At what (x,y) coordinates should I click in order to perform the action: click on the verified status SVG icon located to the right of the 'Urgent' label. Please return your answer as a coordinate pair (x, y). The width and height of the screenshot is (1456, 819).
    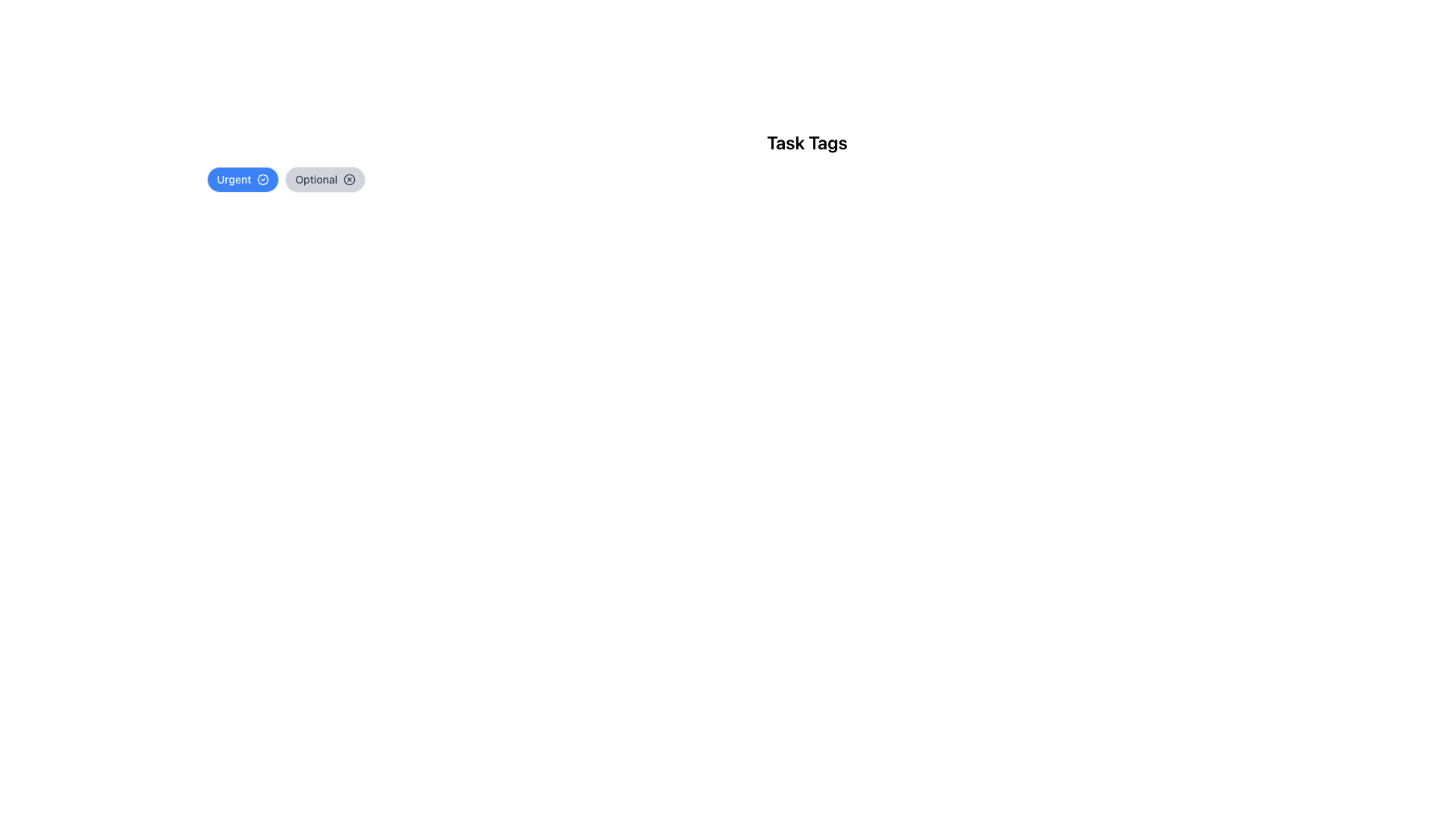
    Looking at the image, I should click on (263, 178).